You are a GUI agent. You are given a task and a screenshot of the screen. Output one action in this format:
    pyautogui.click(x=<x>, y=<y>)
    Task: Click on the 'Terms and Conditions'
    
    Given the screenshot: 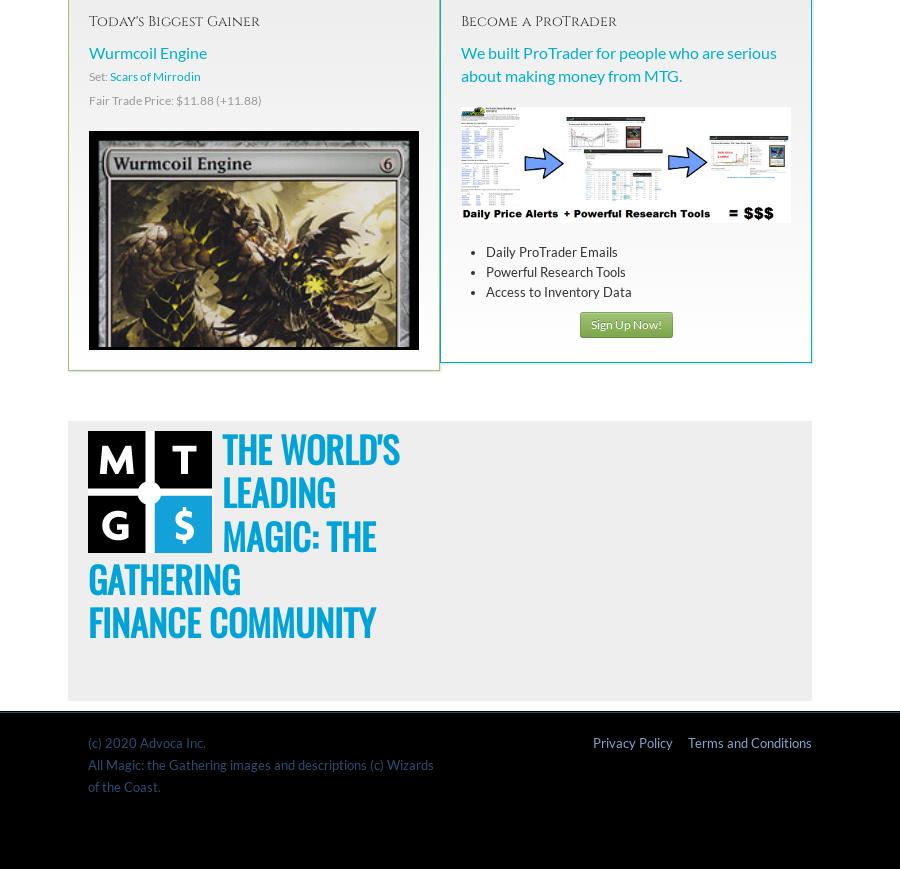 What is the action you would take?
    pyautogui.click(x=748, y=742)
    